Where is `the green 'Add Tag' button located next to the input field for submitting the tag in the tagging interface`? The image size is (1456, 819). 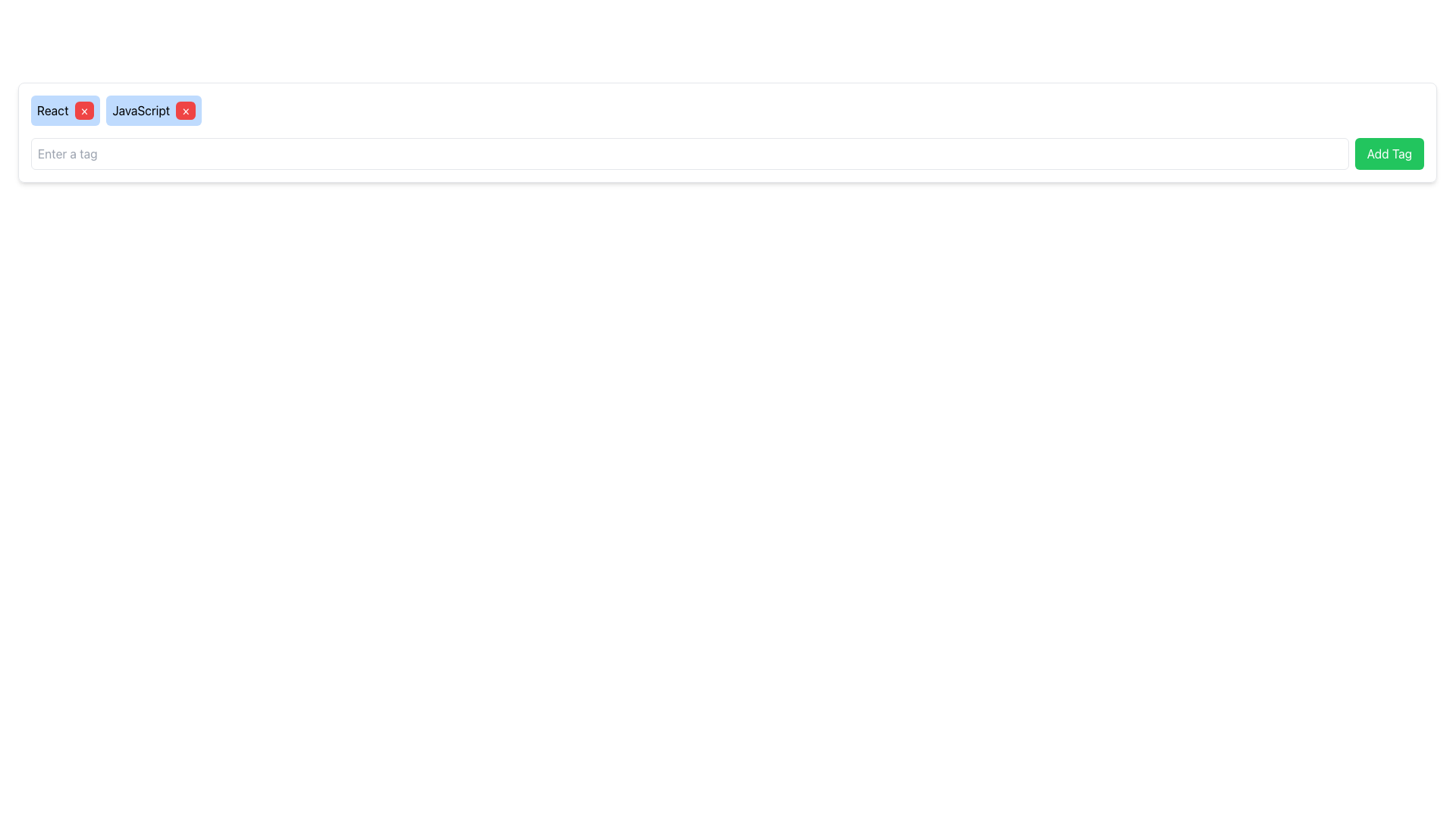 the green 'Add Tag' button located next to the input field for submitting the tag in the tagging interface is located at coordinates (726, 154).